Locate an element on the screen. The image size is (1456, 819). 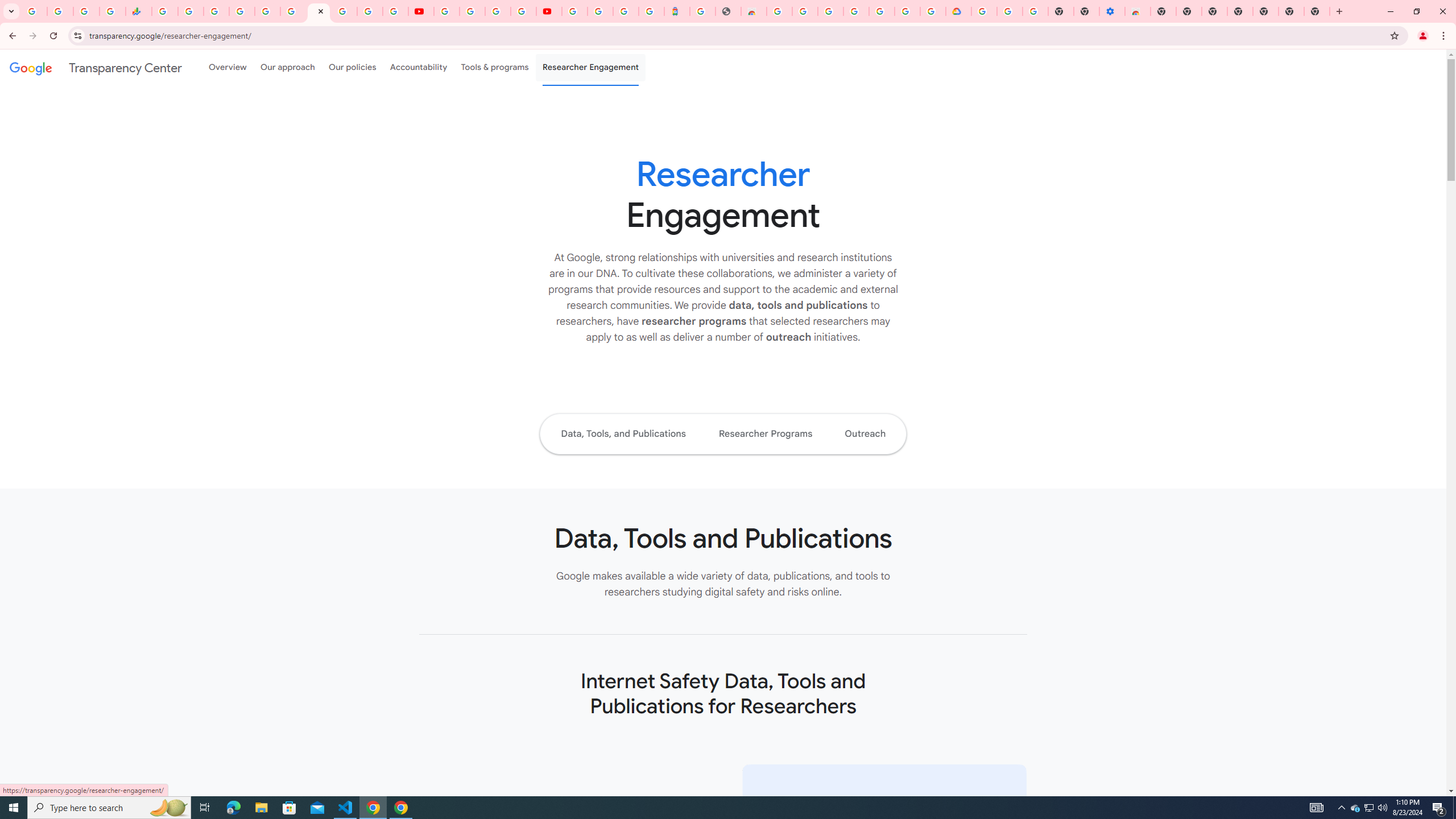
'New Tab' is located at coordinates (1265, 11).